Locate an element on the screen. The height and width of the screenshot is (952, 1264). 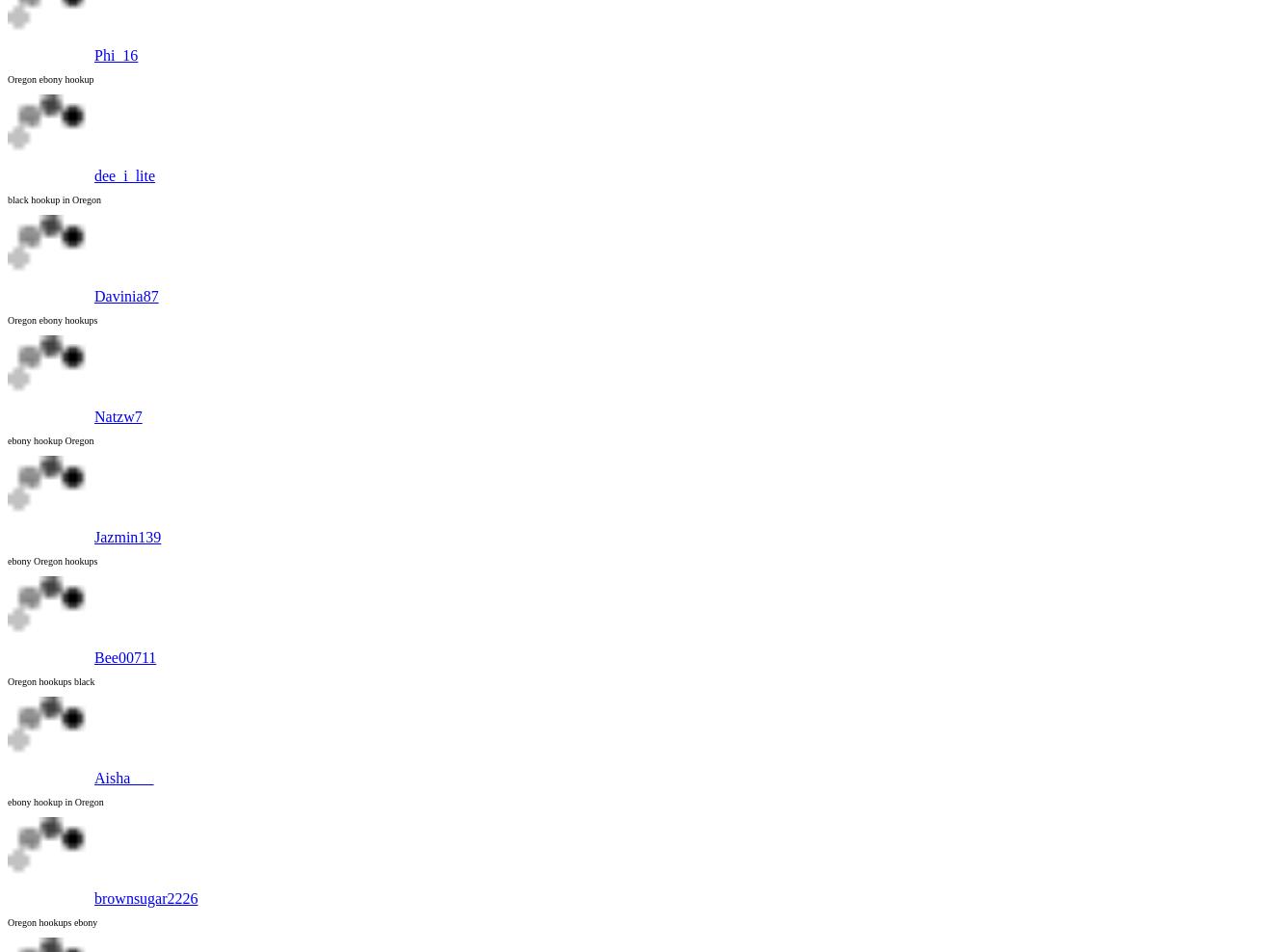
'Davinia87' is located at coordinates (125, 295).